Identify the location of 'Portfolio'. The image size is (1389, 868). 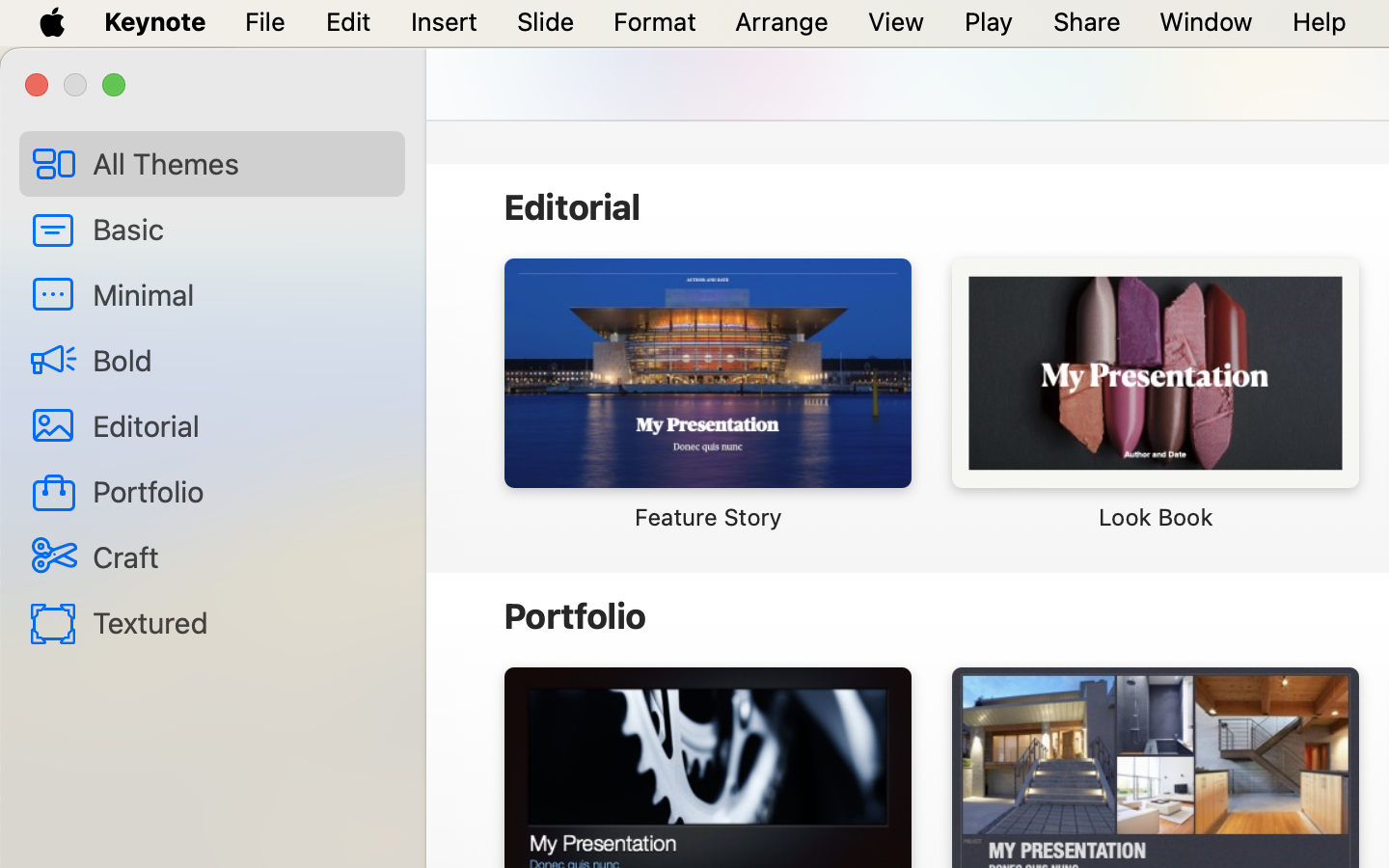
(239, 490).